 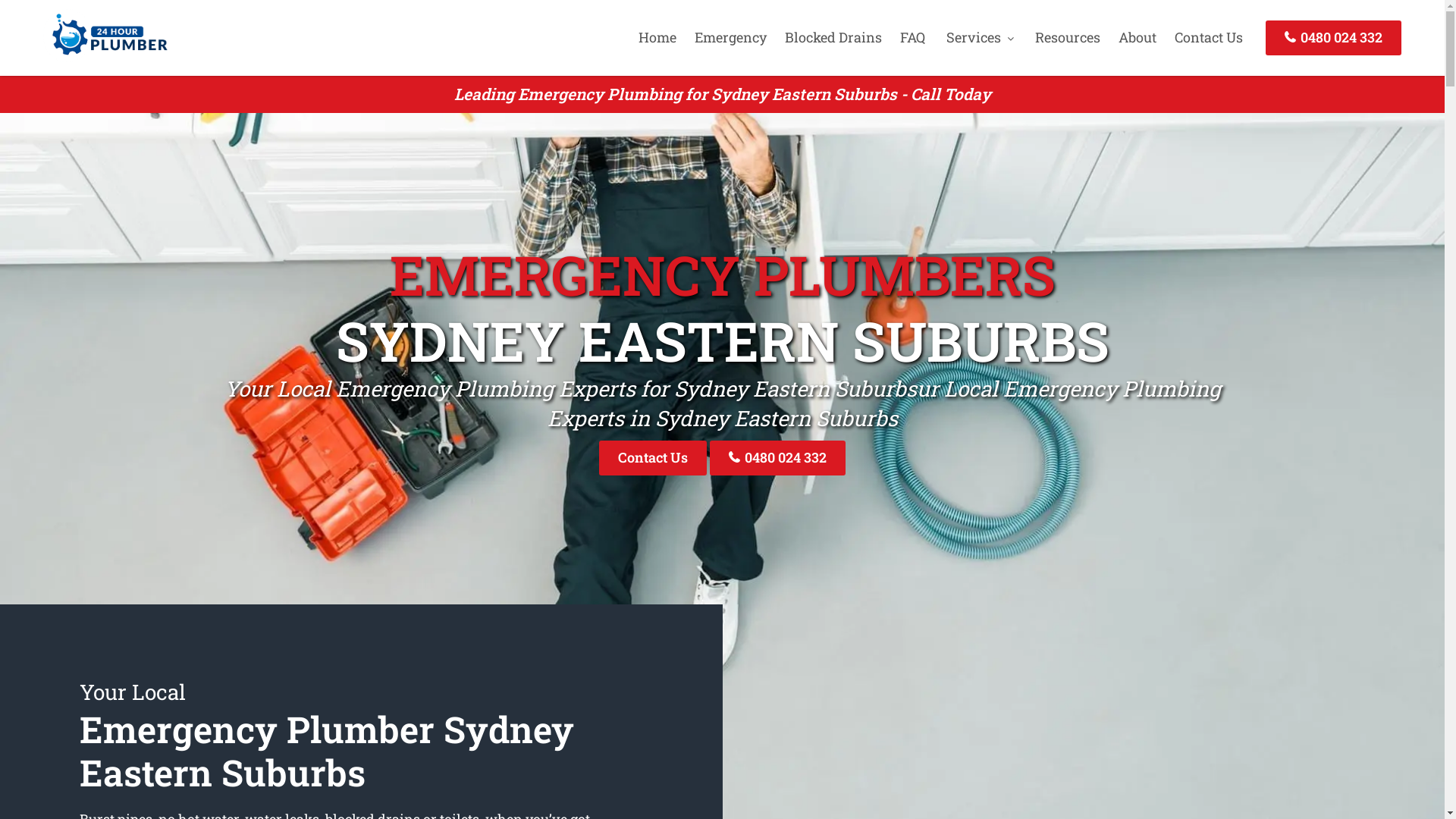 What do you see at coordinates (980, 36) in the screenshot?
I see `'Services'` at bounding box center [980, 36].